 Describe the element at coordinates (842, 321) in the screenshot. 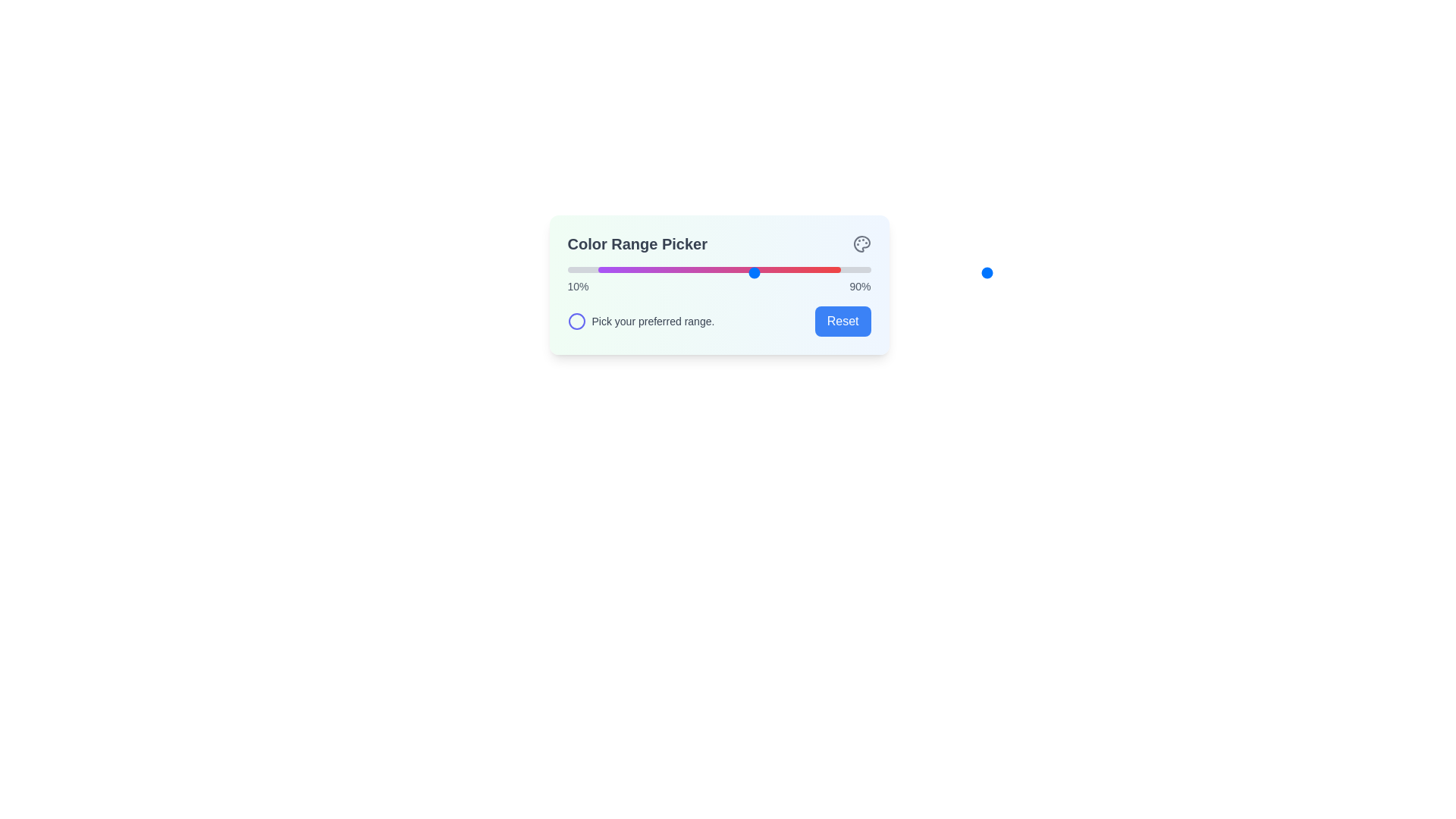

I see `the 'Reset' button, which is a rectangular button with a blue background and white text, located on the right side of the interface near the bottom` at that location.